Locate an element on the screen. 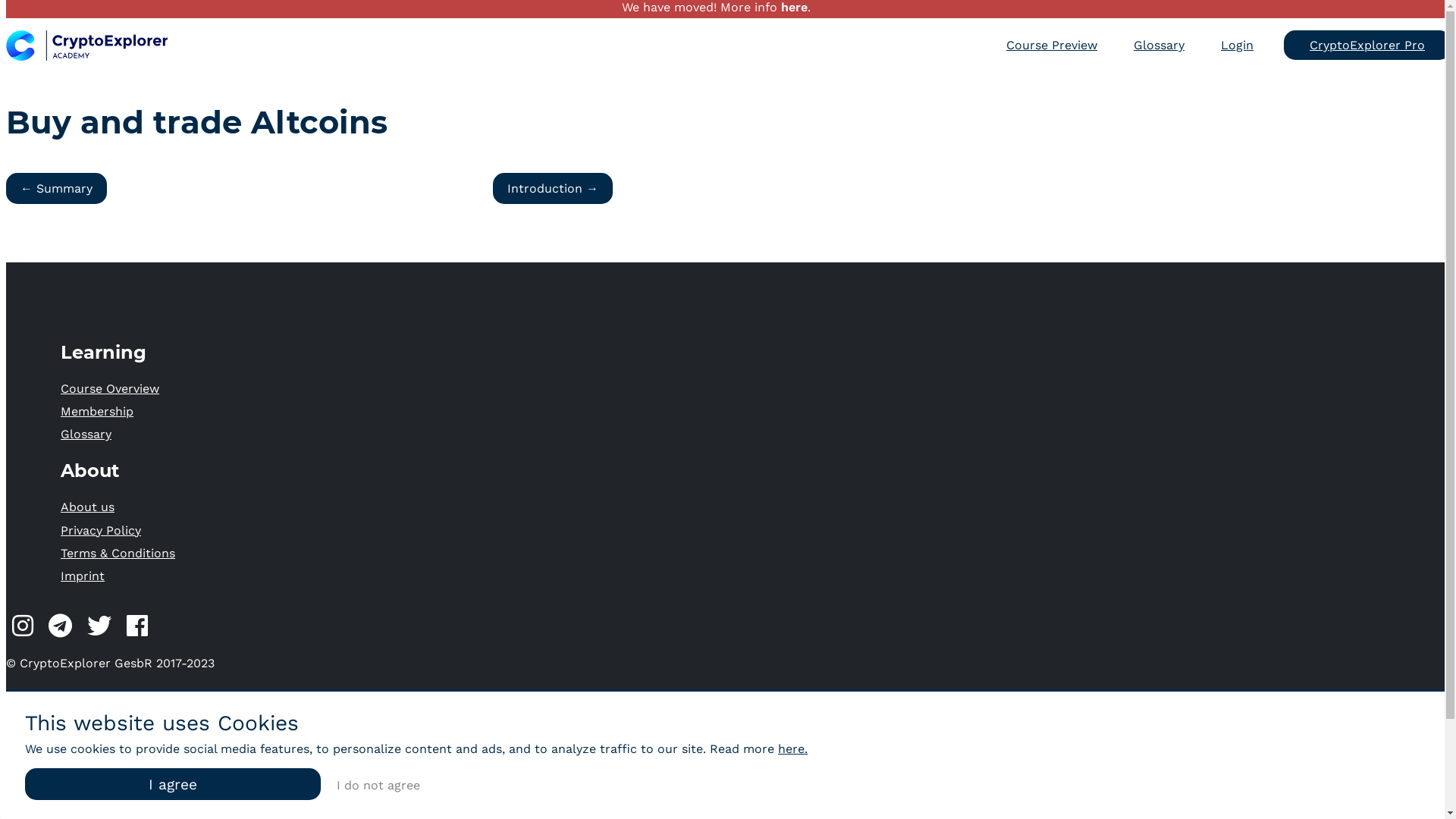 Image resolution: width=1456 pixels, height=819 pixels. 'Glossary' is located at coordinates (85, 434).